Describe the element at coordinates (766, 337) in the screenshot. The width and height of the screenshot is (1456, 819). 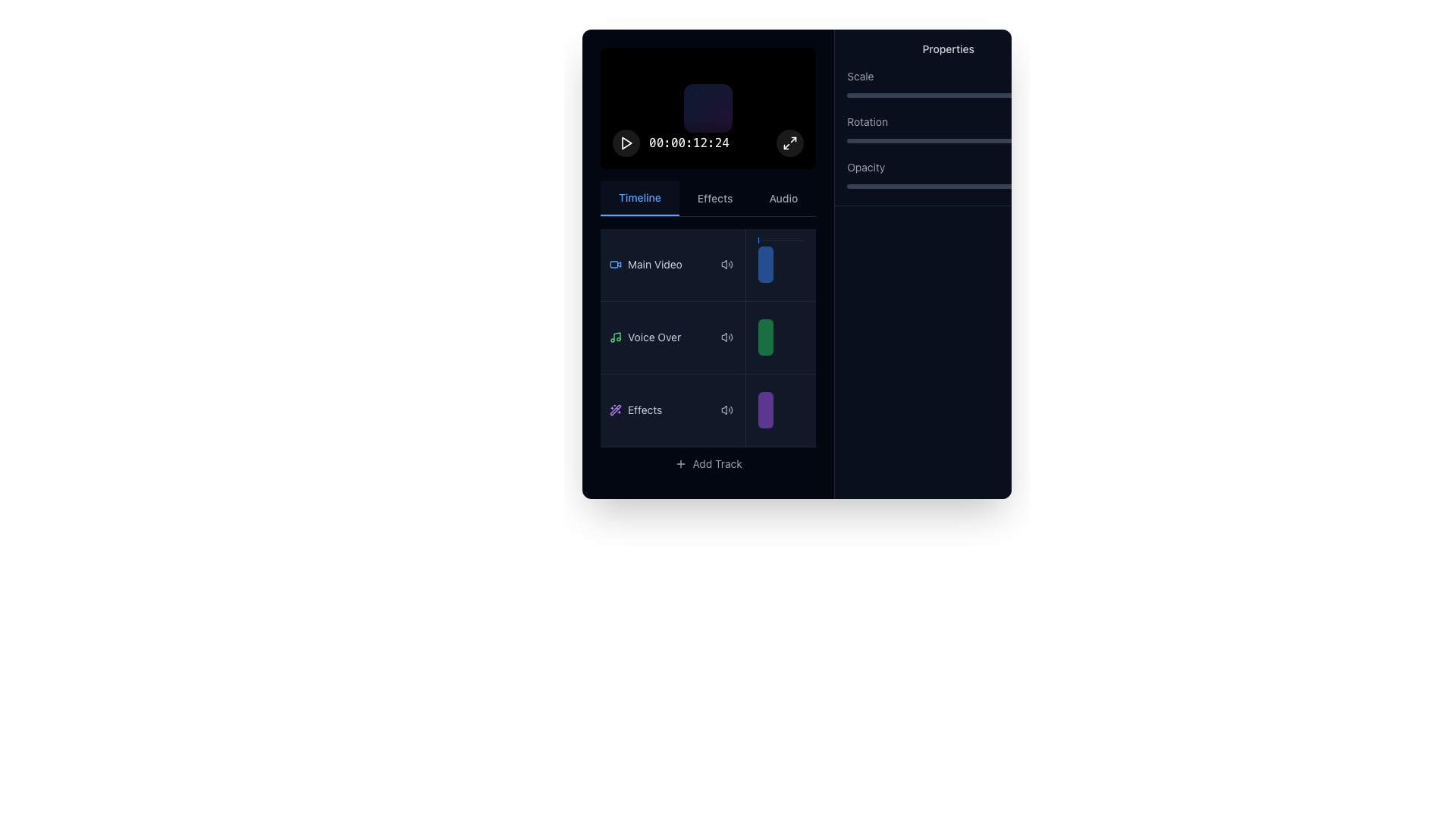
I see `the move or manipulation icon located in the 'Voice Over' section of the timeline interface, which is represented as a vector graphic with circular edges and a semi-transparent green background` at that location.